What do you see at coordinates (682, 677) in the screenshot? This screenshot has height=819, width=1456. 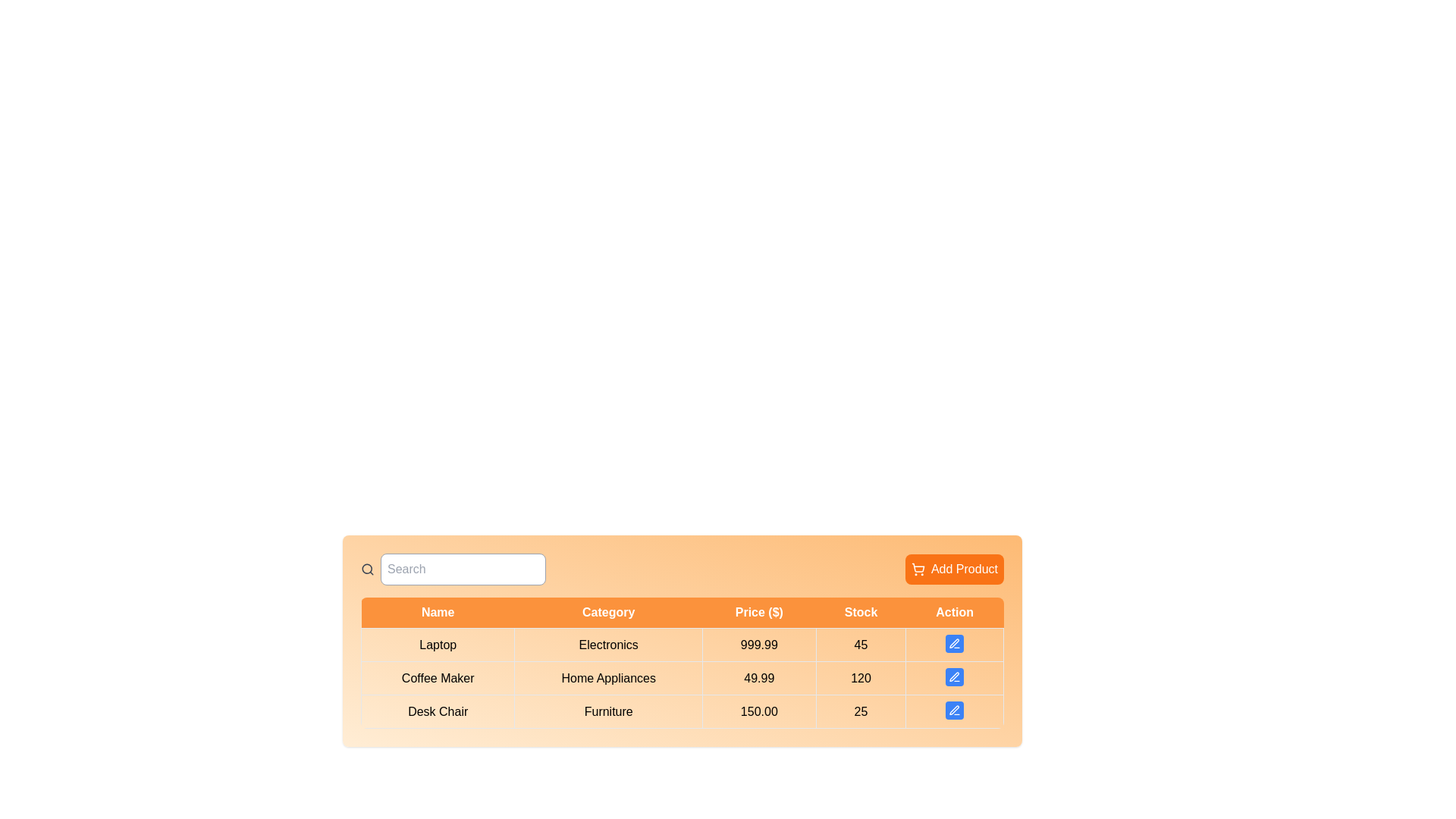 I see `the second row of the table that displays information about the product 'Coffee Maker'` at bounding box center [682, 677].